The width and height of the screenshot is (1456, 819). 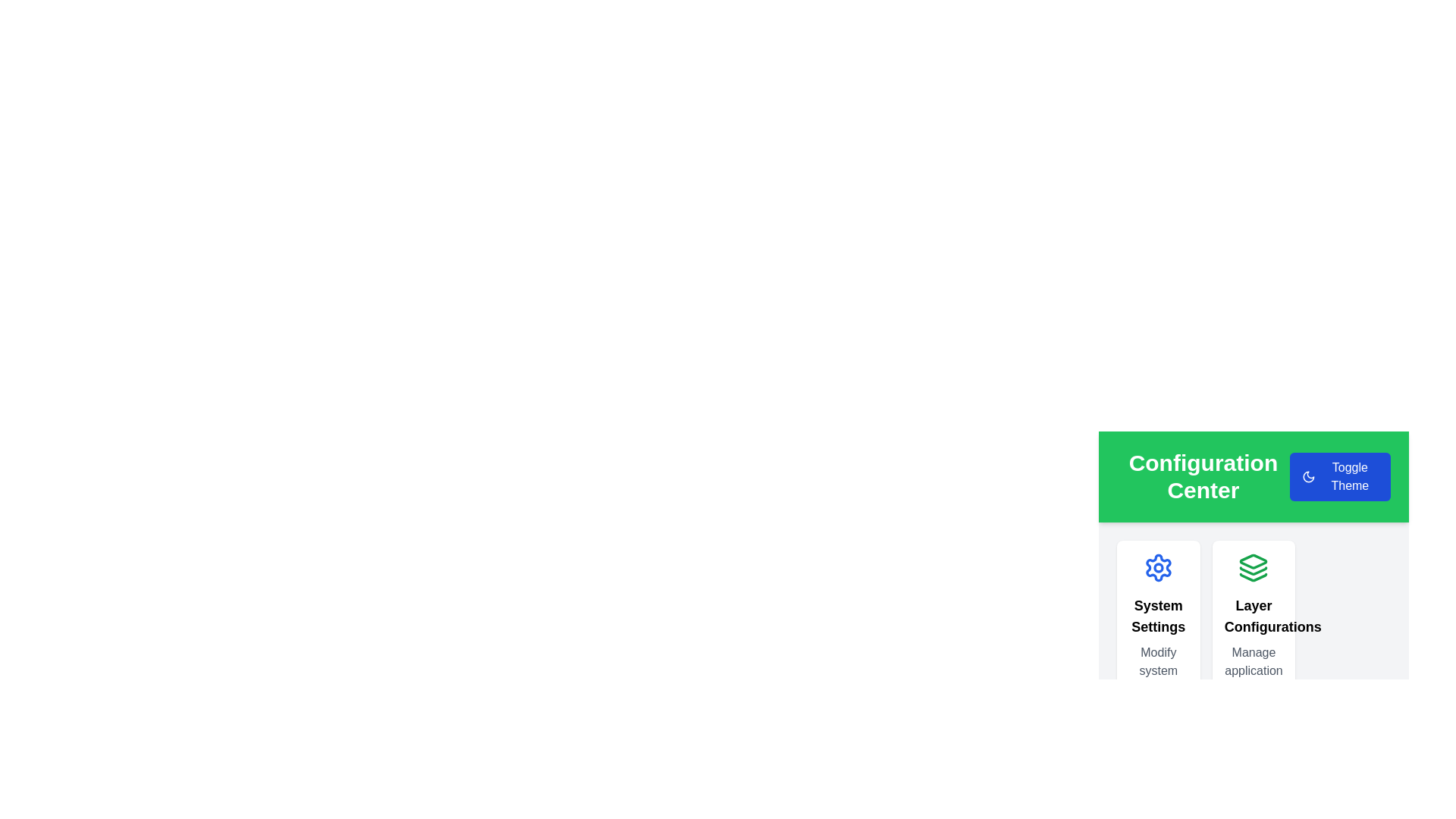 I want to click on the header bar titled 'Configuration Center' which includes a toggle button for changing the theme, so click(x=1254, y=475).